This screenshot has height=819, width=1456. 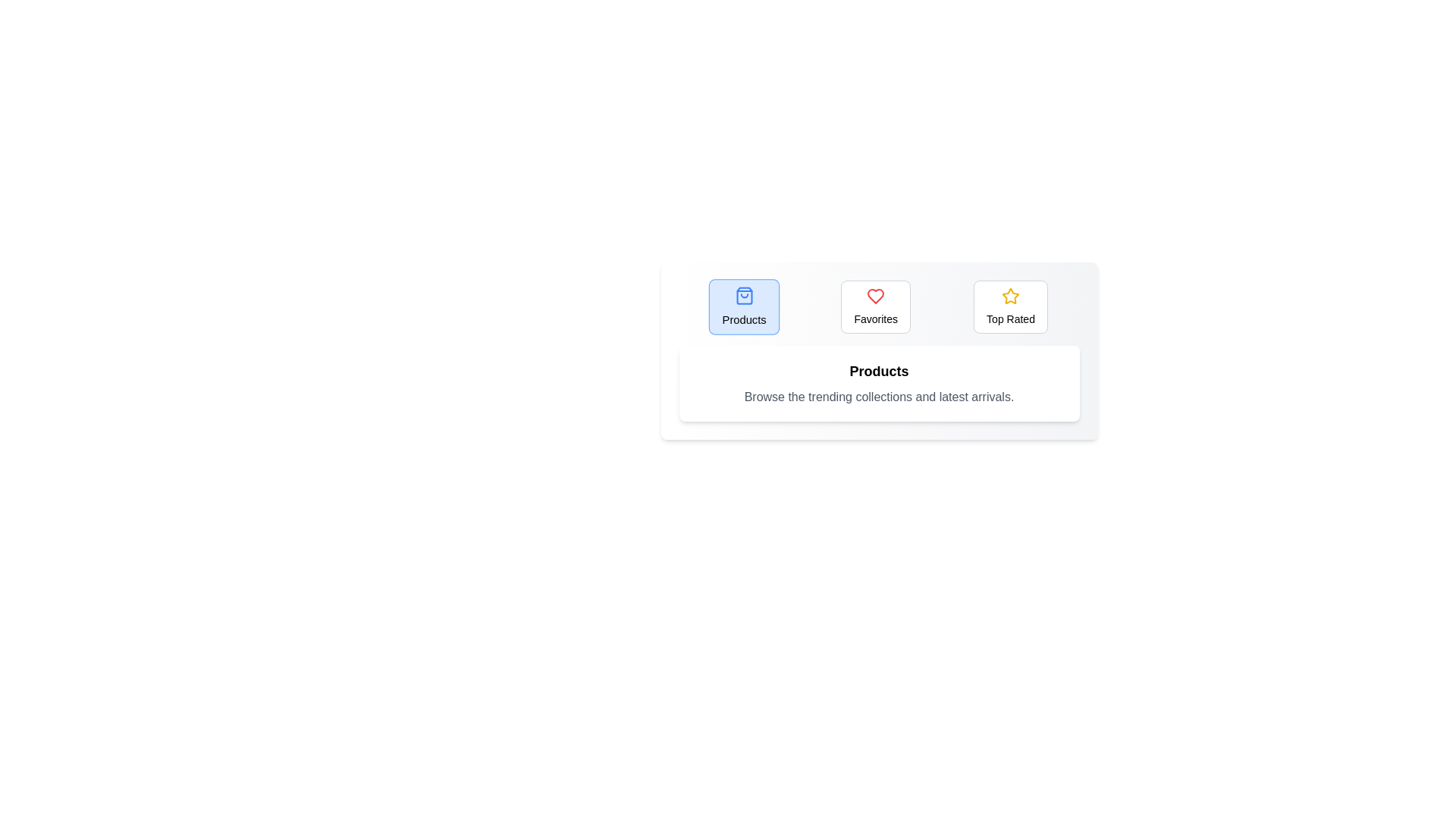 What do you see at coordinates (744, 307) in the screenshot?
I see `the Products tab` at bounding box center [744, 307].